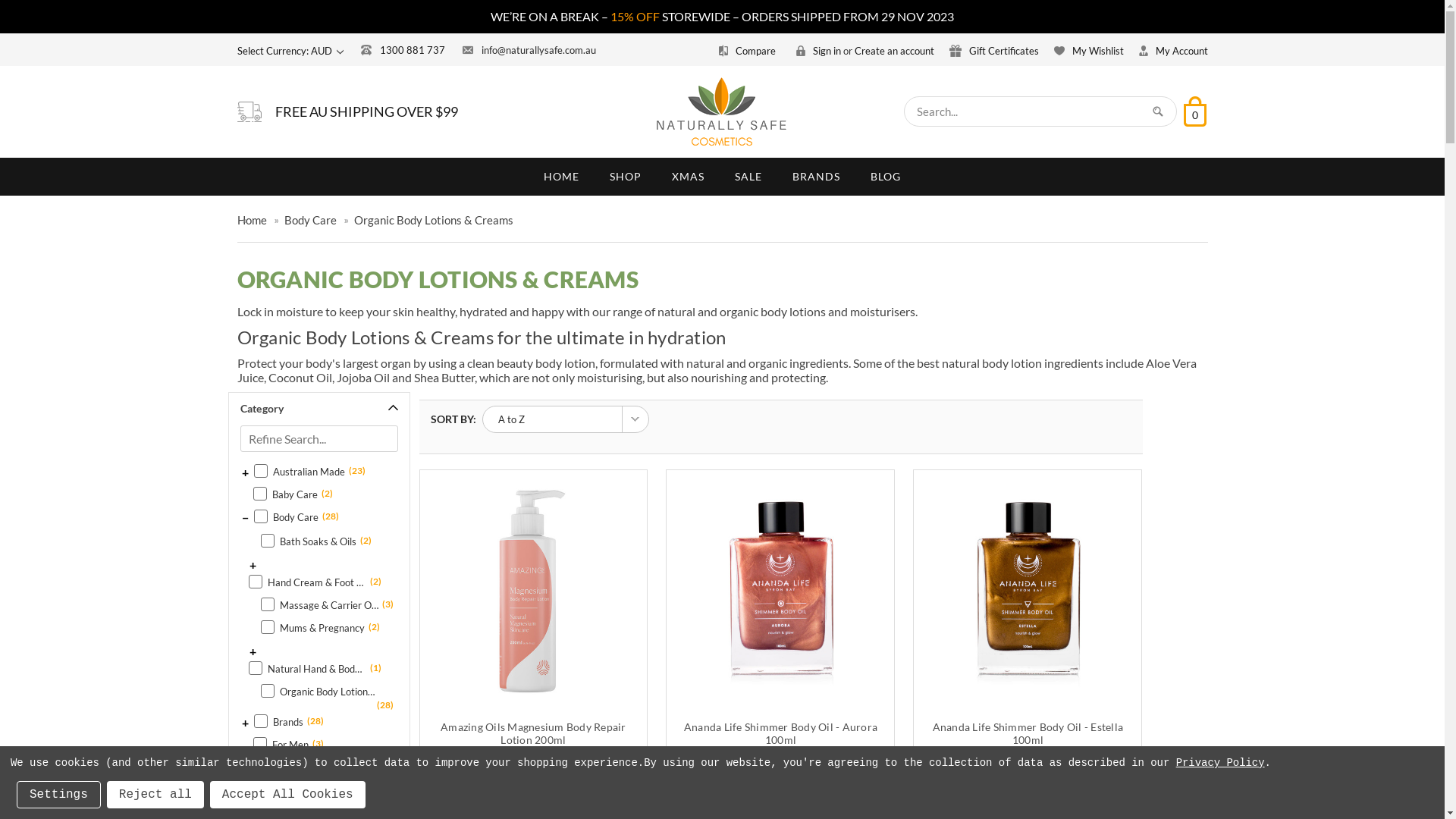 The width and height of the screenshot is (1456, 819). What do you see at coordinates (893, 49) in the screenshot?
I see `'Create an account'` at bounding box center [893, 49].